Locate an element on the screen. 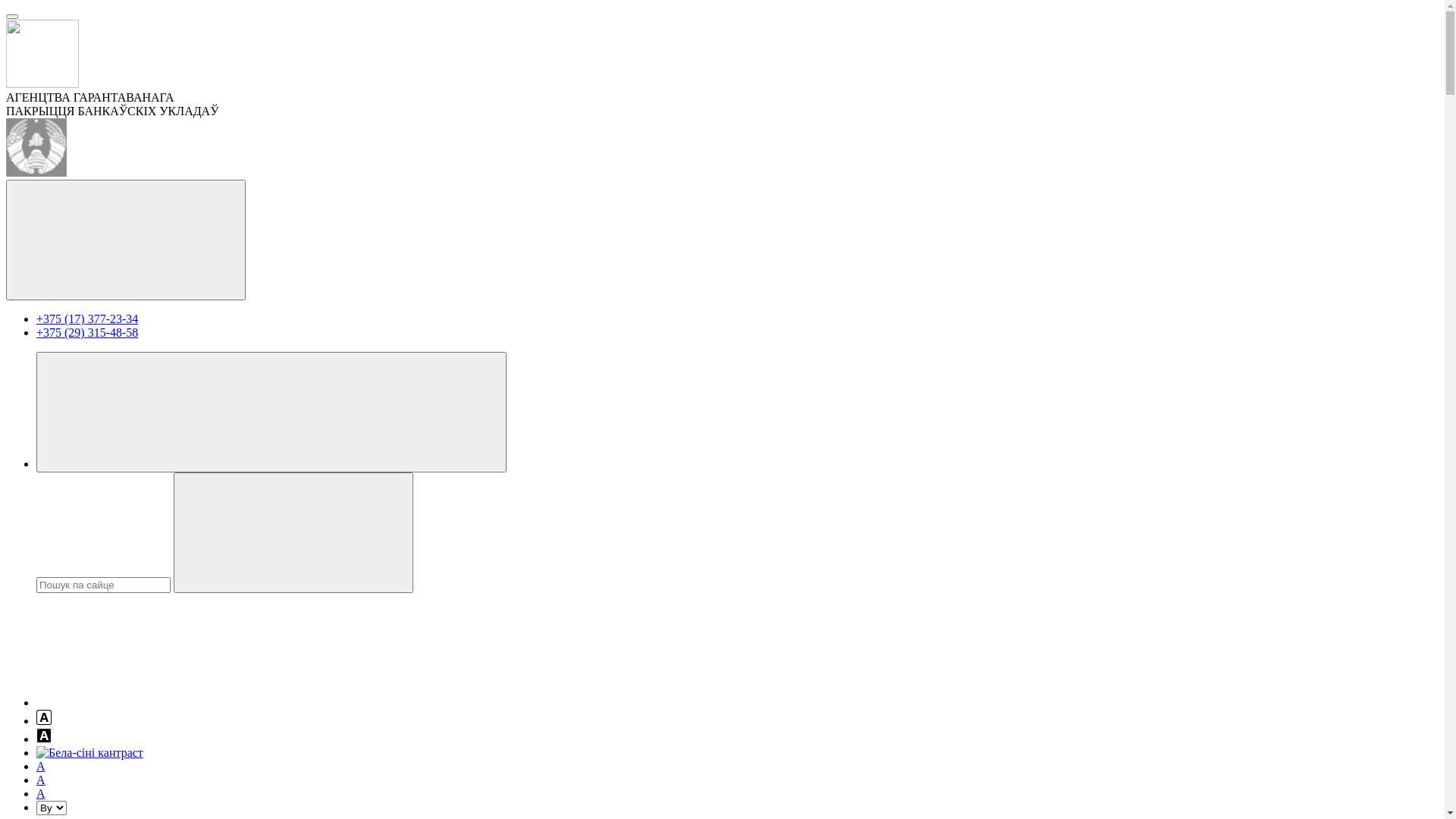  'A' is located at coordinates (40, 766).